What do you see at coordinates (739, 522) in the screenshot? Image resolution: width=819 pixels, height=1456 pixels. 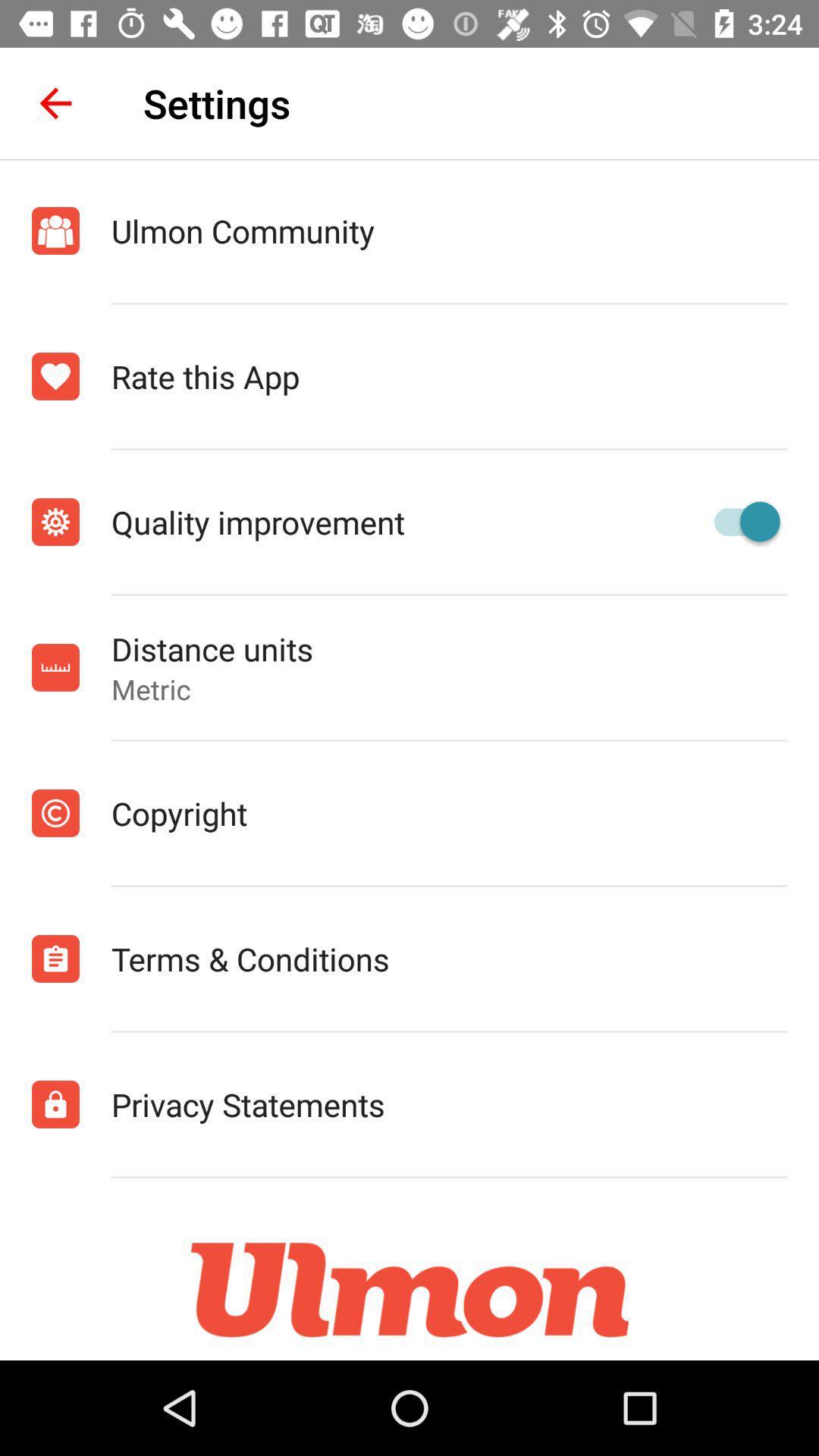 I see `turn on button` at bounding box center [739, 522].